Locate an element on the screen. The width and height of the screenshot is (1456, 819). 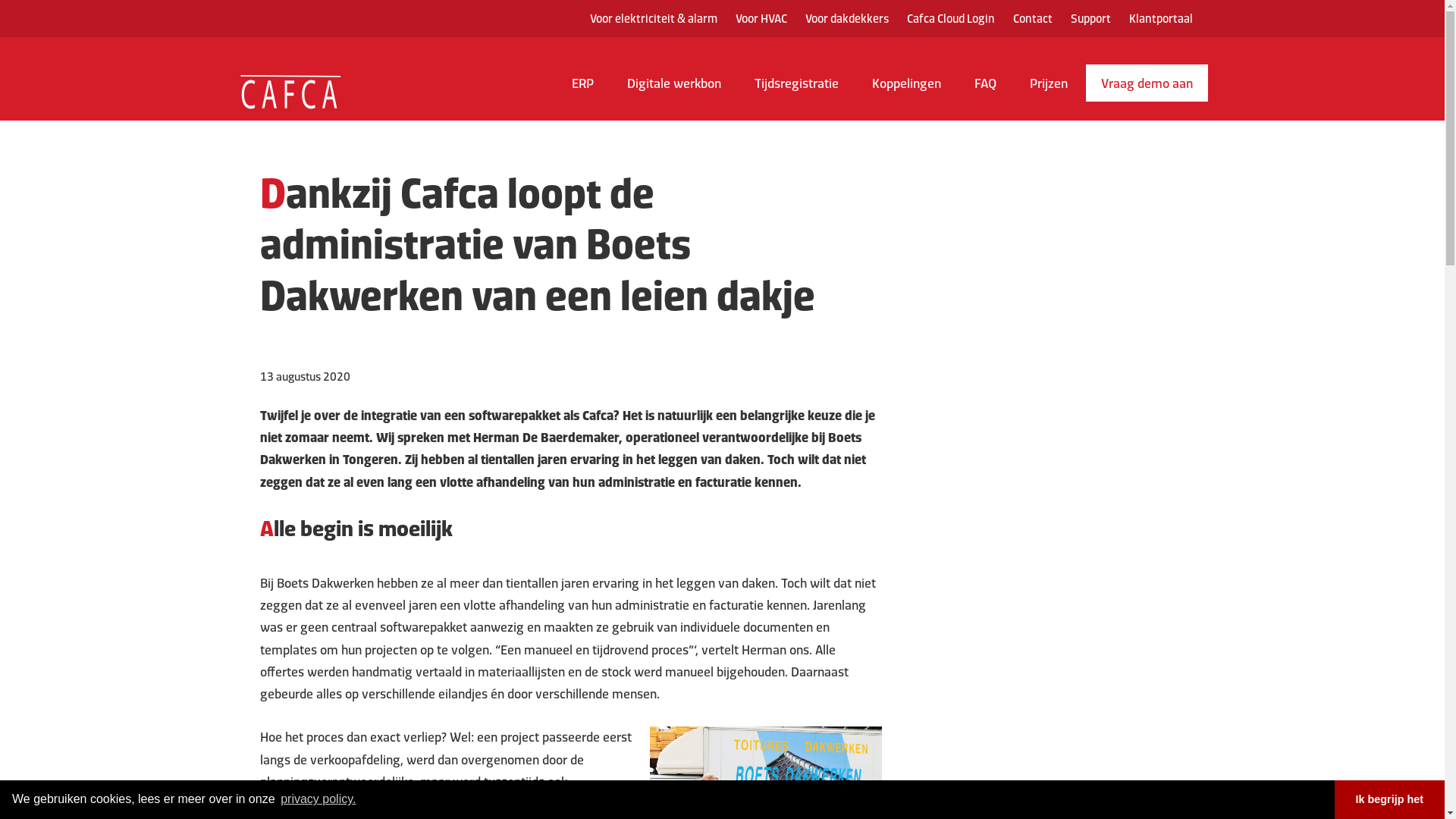
'Voor elektriciteit & alarm' is located at coordinates (654, 18).